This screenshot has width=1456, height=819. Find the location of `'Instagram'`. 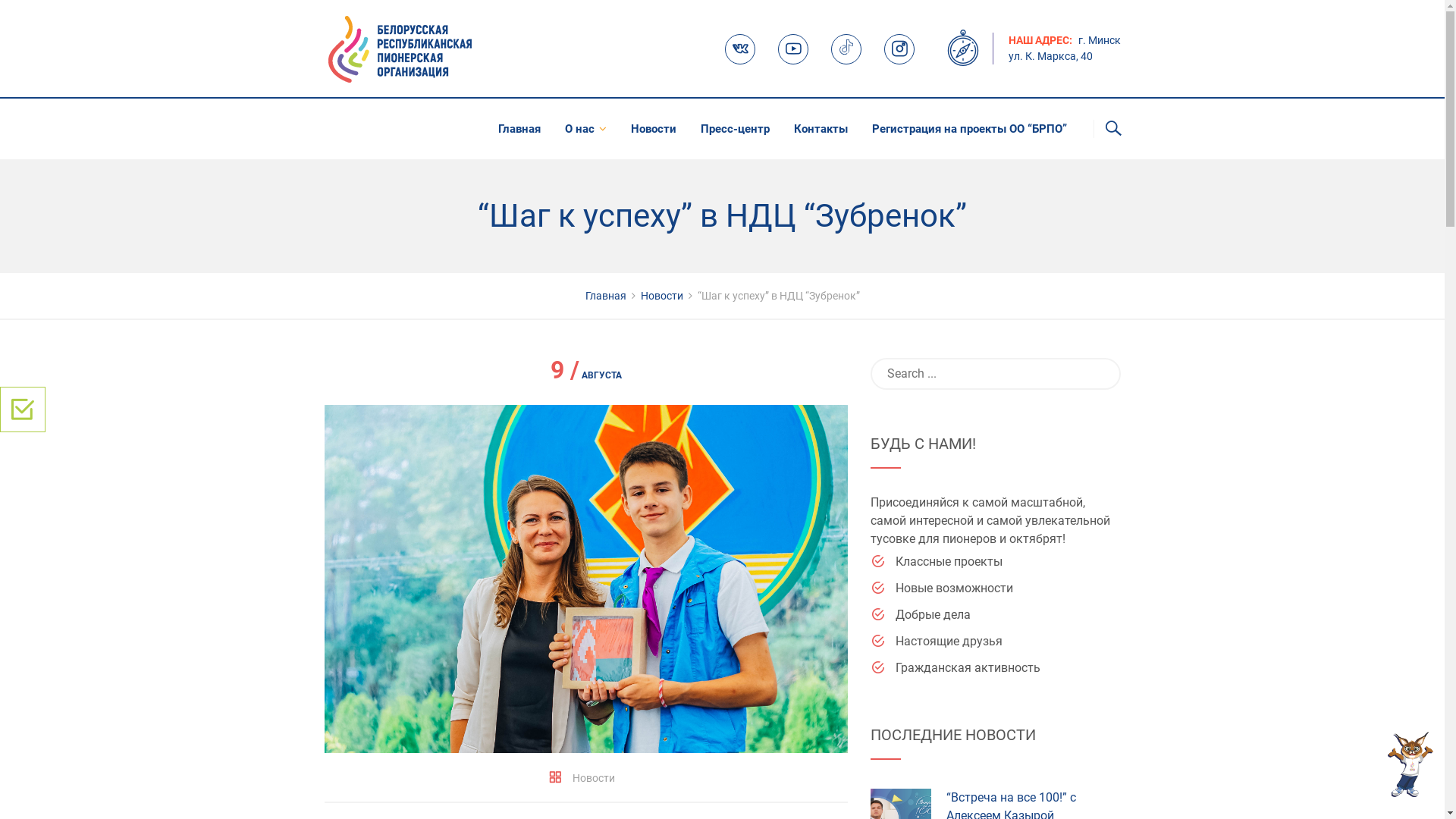

'Instagram' is located at coordinates (899, 49).